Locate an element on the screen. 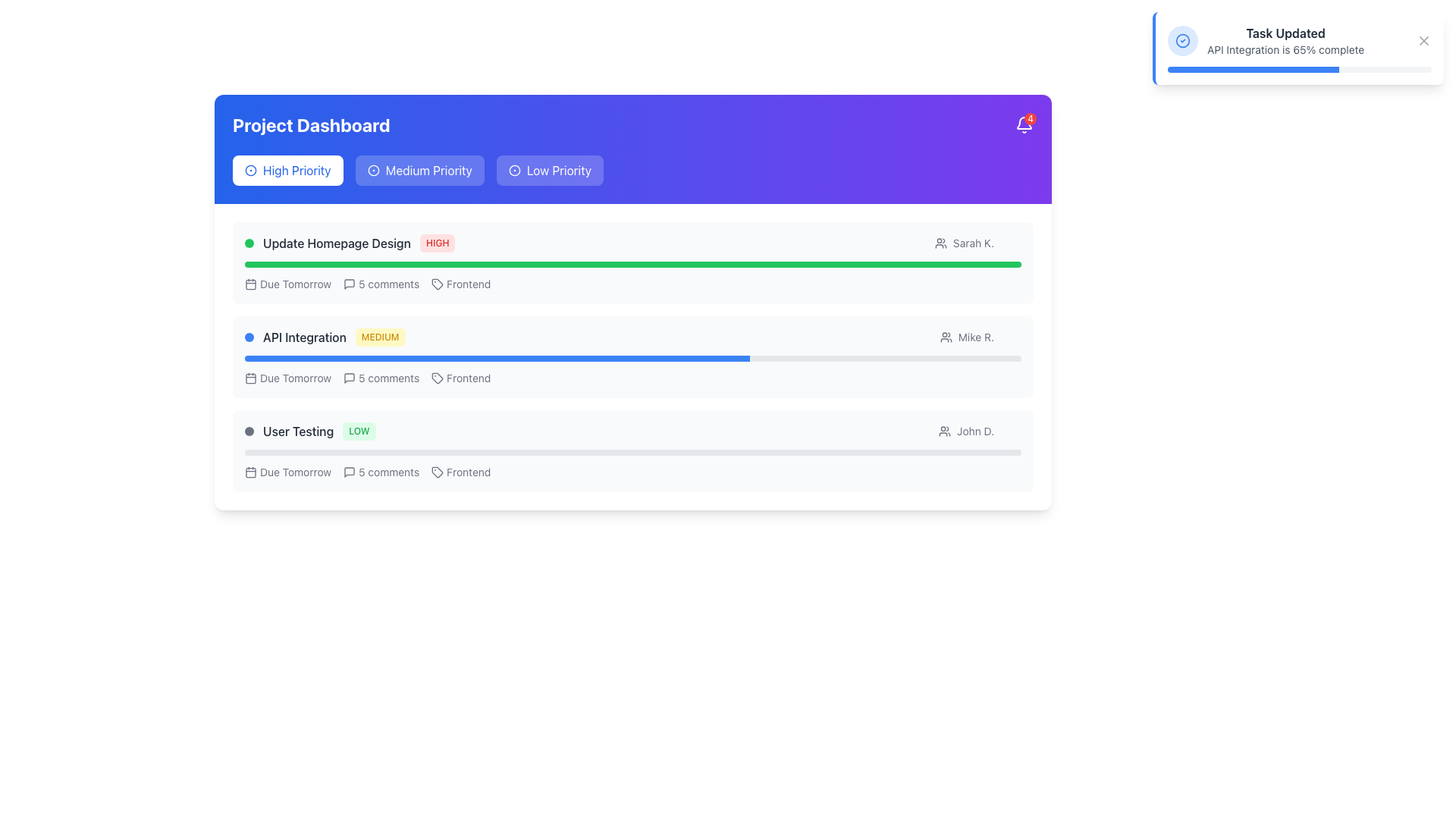  the label displaying 'Mike R.' with a user group icon, located in the 'API Integration' section of the project dashboard is located at coordinates (966, 336).